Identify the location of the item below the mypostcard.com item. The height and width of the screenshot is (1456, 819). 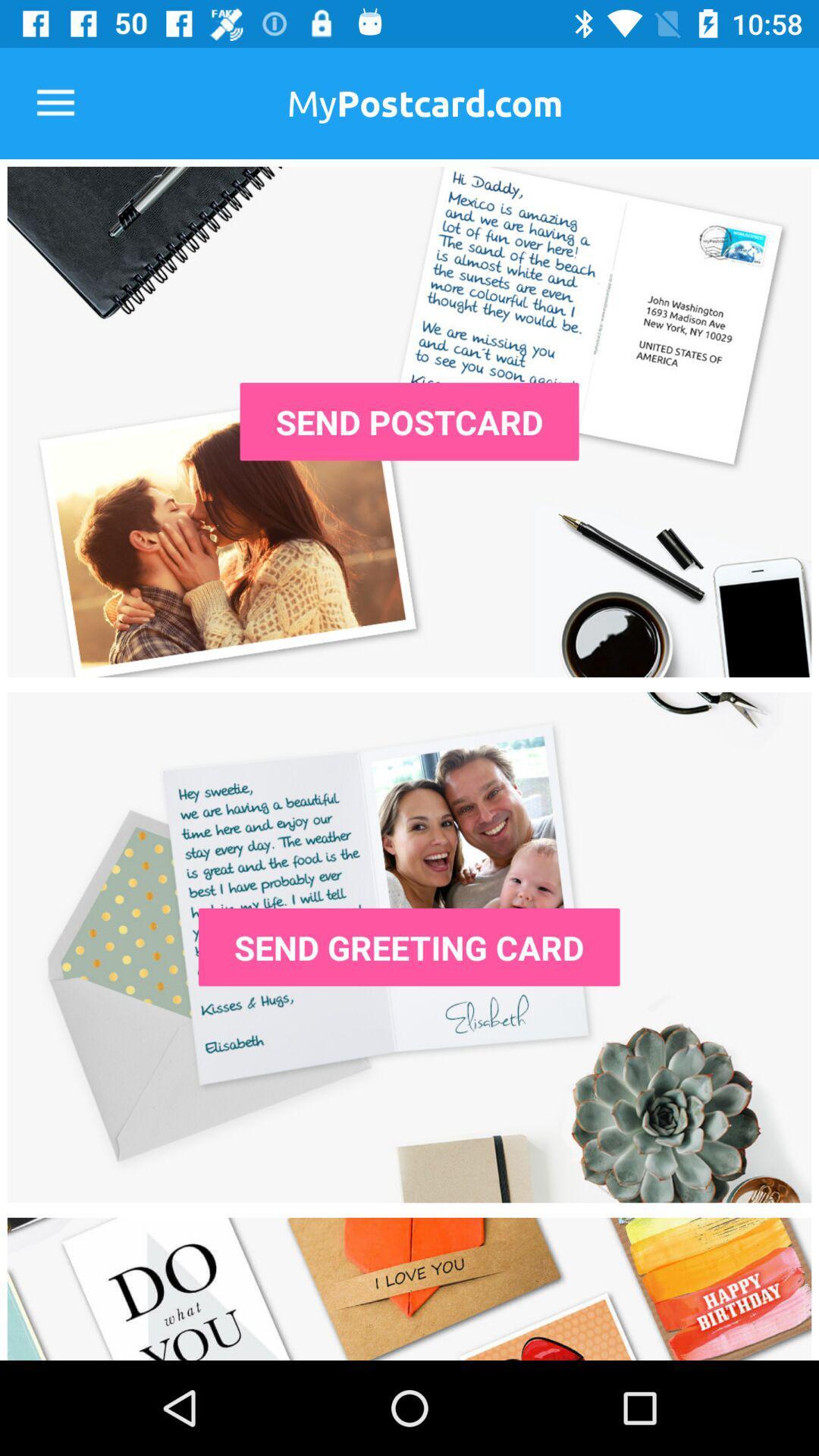
(409, 422).